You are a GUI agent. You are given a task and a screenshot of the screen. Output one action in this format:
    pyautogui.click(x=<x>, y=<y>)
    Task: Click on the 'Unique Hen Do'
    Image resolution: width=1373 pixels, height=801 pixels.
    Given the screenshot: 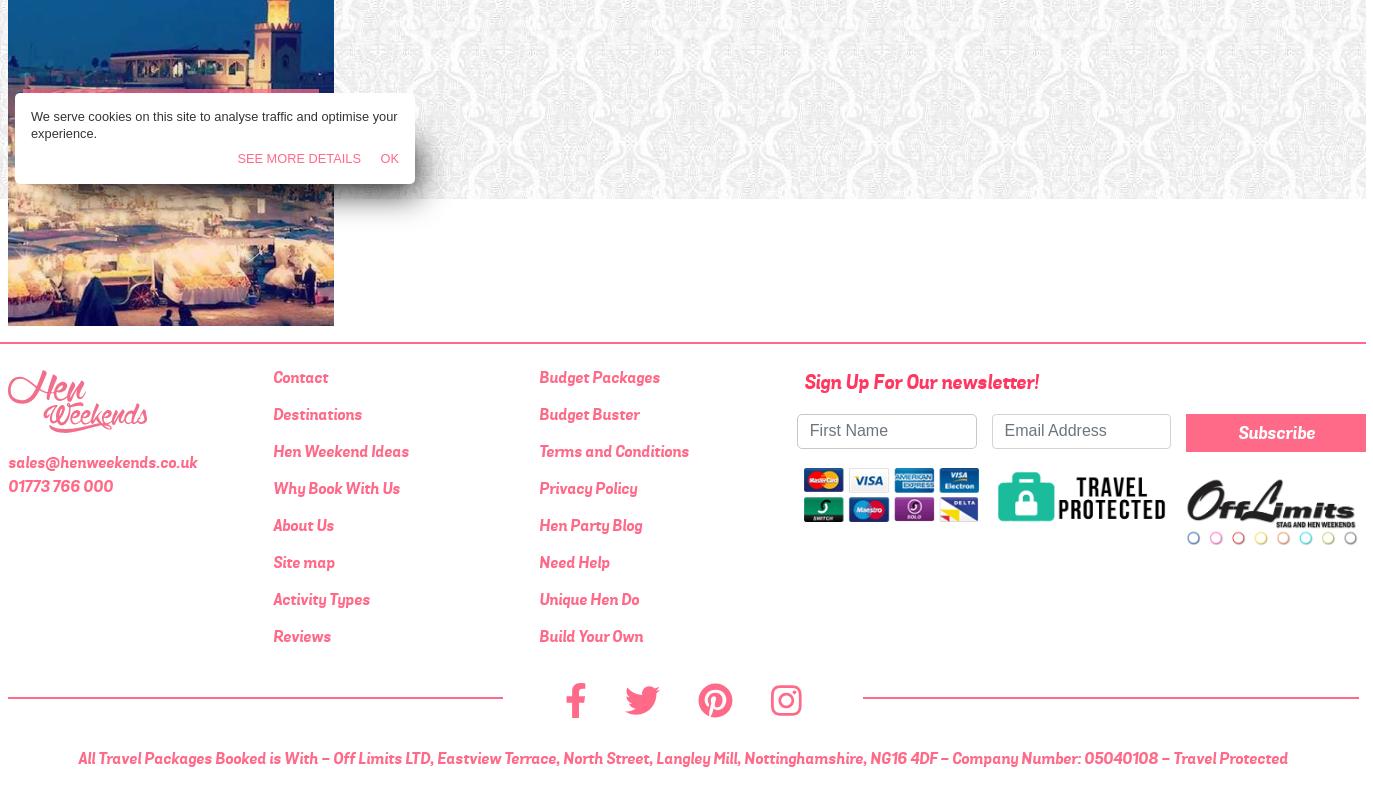 What is the action you would take?
    pyautogui.click(x=587, y=598)
    